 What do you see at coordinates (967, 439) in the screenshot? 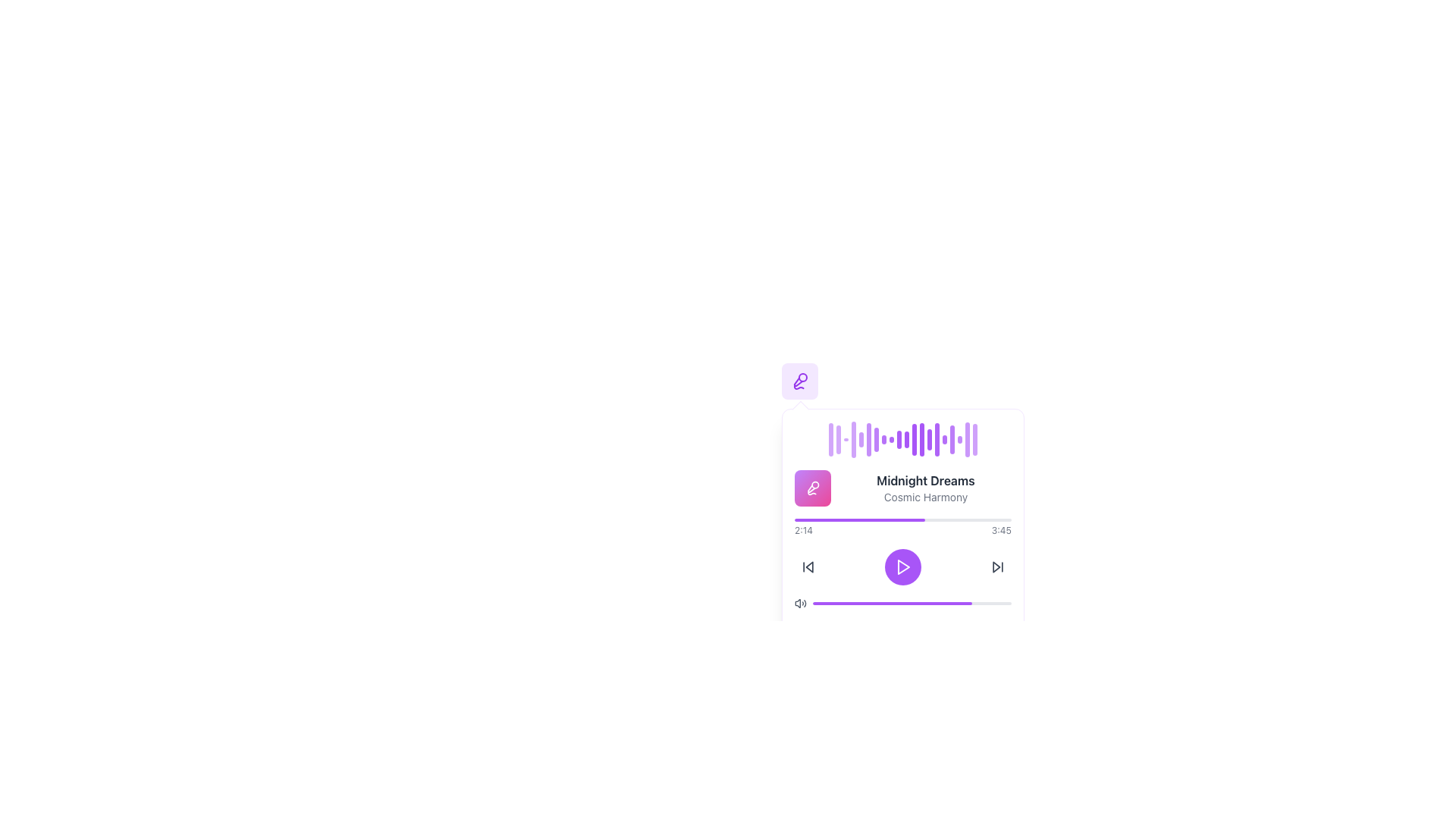
I see `the 19th vertical bar of the audio waveform segment representing the audio characteristics in the audio player UI, located above the title 'Midnight Dreams'` at bounding box center [967, 439].